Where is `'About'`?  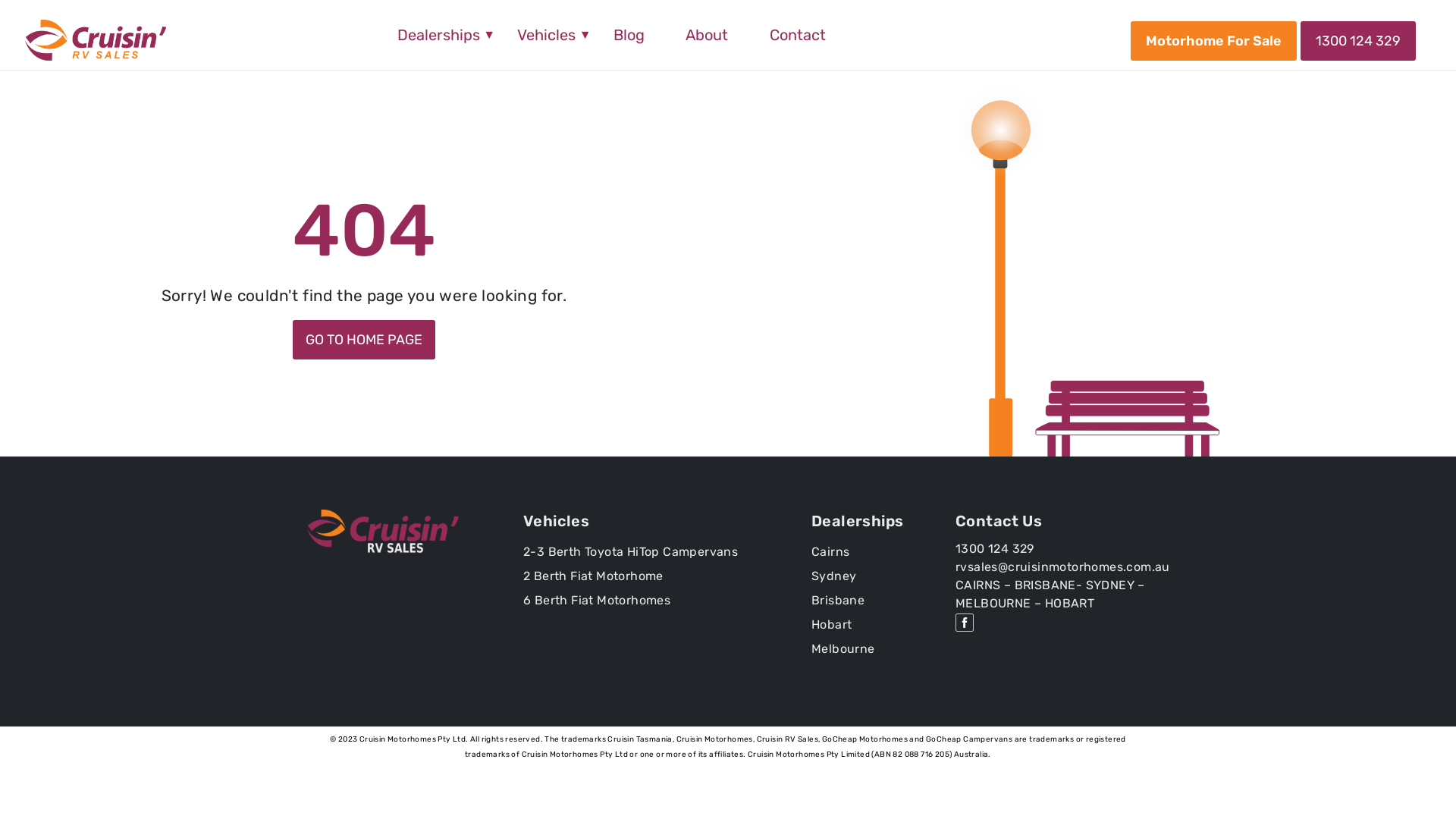 'About' is located at coordinates (705, 34).